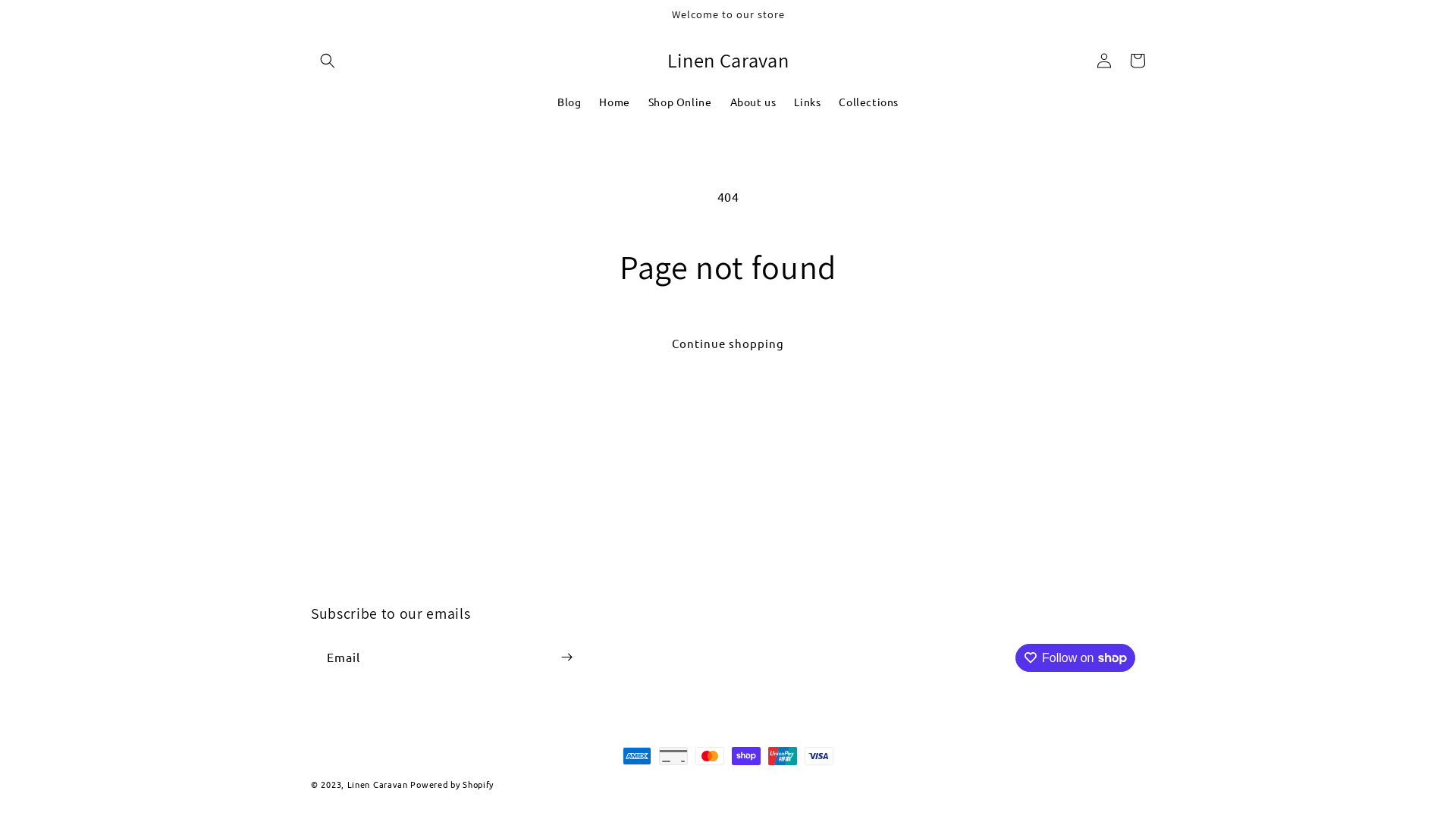 Image resolution: width=1456 pixels, height=819 pixels. What do you see at coordinates (346, 783) in the screenshot?
I see `'Linen Caravan'` at bounding box center [346, 783].